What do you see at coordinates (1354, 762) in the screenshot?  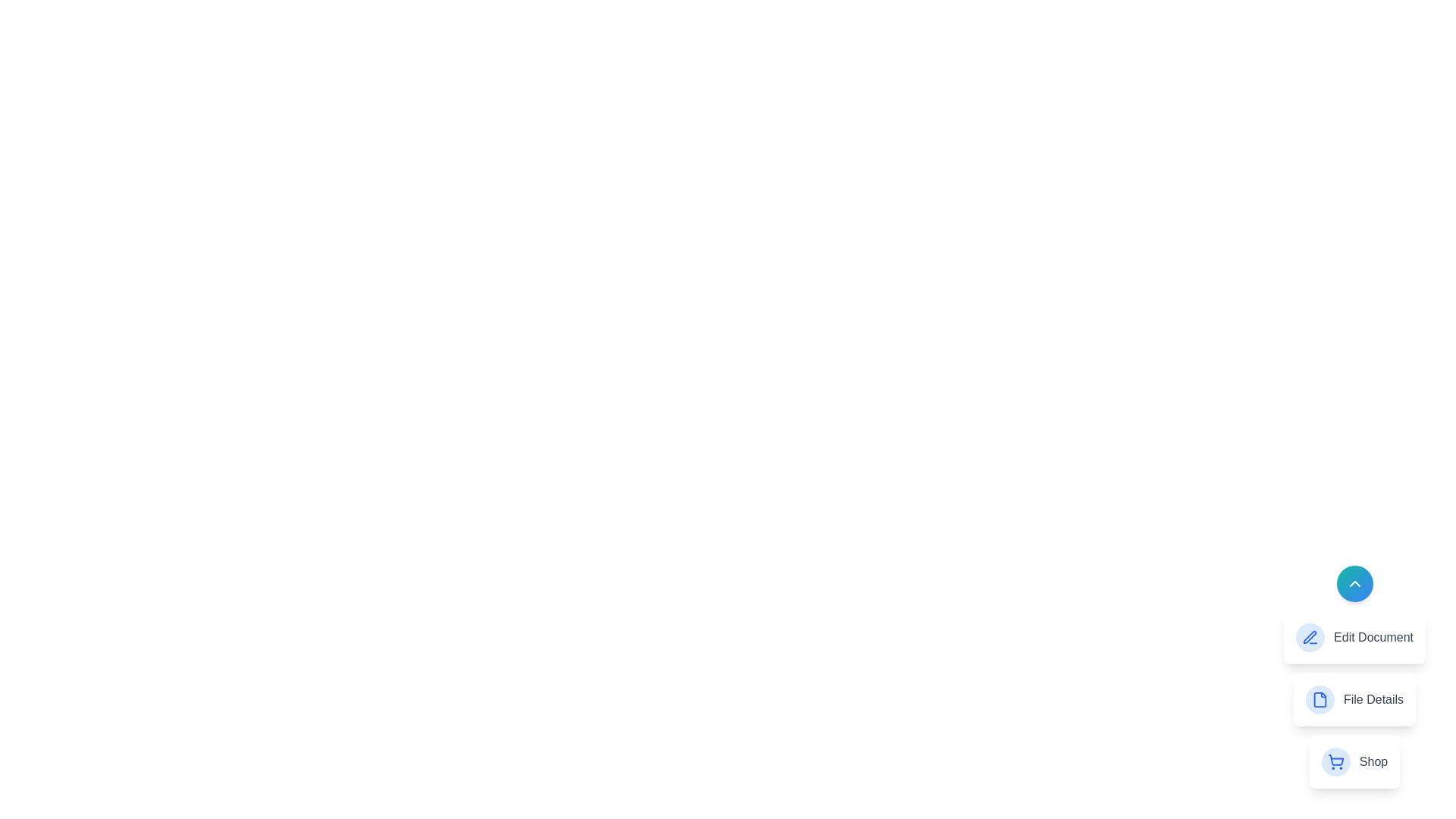 I see `the Shop in the speed dial menu` at bounding box center [1354, 762].